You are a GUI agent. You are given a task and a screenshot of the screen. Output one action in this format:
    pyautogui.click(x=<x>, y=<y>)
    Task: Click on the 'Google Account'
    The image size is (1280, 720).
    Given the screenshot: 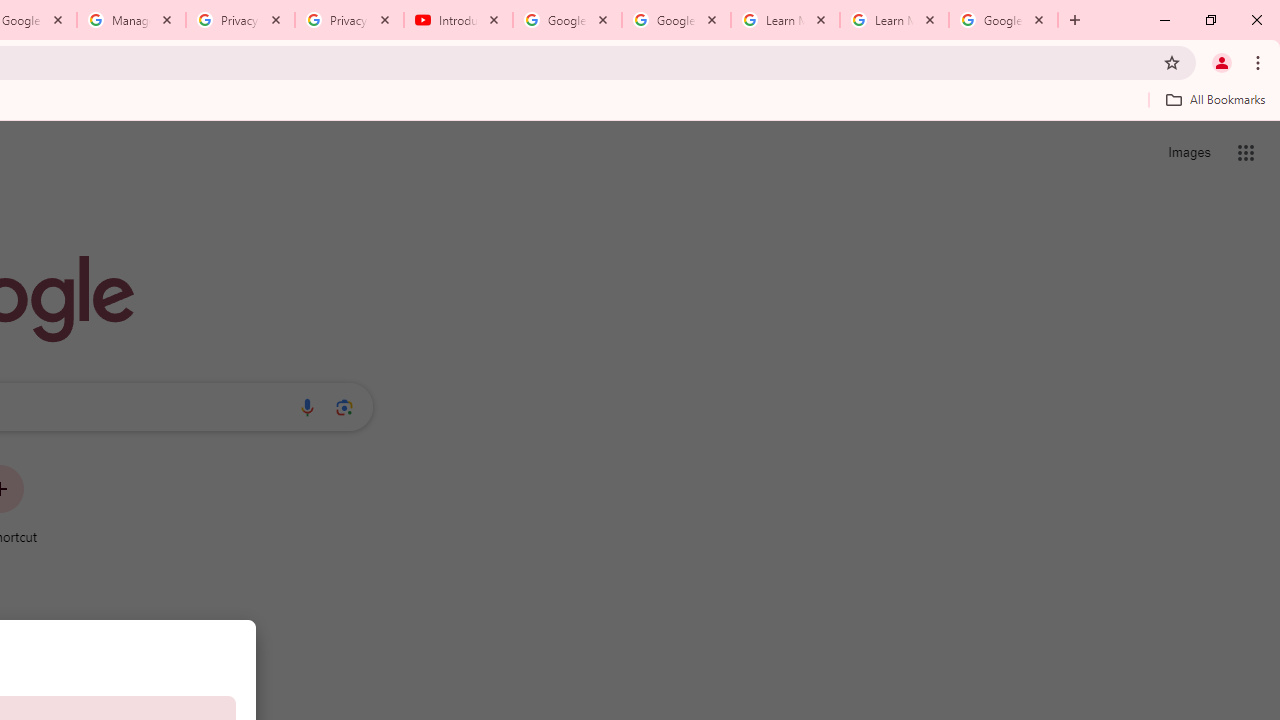 What is the action you would take?
    pyautogui.click(x=1003, y=20)
    